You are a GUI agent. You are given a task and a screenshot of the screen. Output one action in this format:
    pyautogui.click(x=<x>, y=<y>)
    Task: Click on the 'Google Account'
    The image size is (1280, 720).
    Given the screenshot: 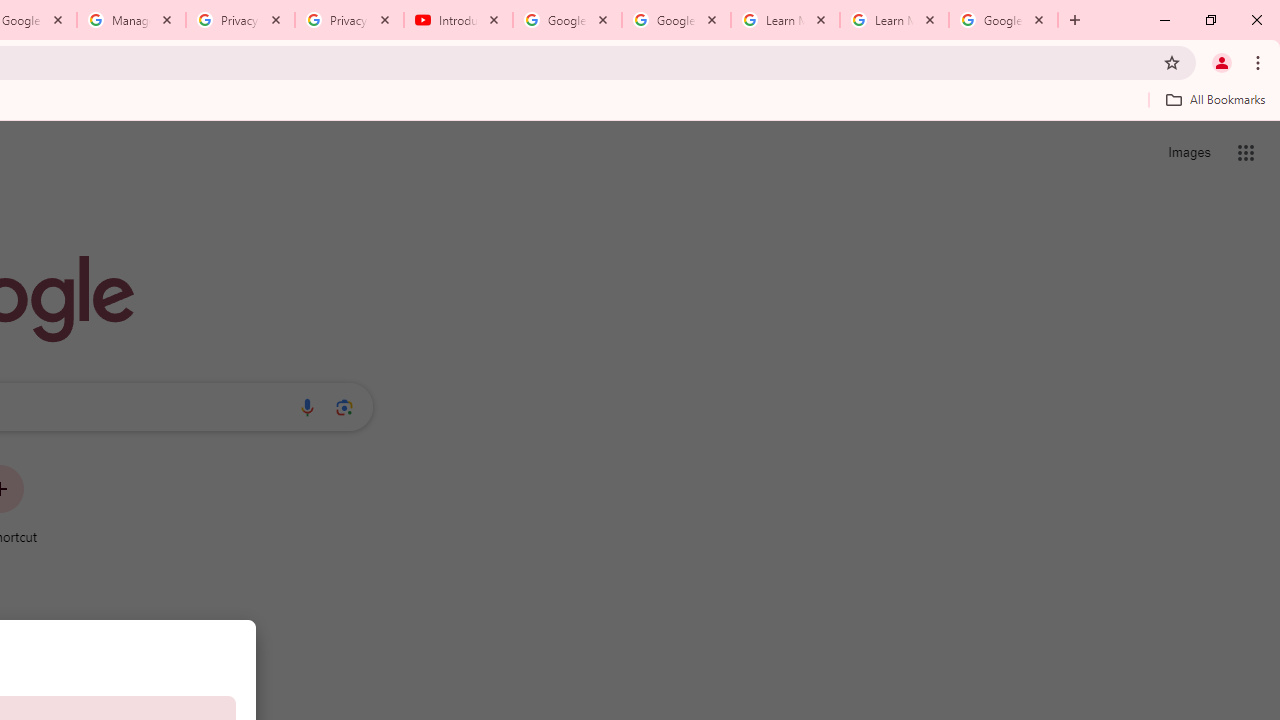 What is the action you would take?
    pyautogui.click(x=1003, y=20)
    